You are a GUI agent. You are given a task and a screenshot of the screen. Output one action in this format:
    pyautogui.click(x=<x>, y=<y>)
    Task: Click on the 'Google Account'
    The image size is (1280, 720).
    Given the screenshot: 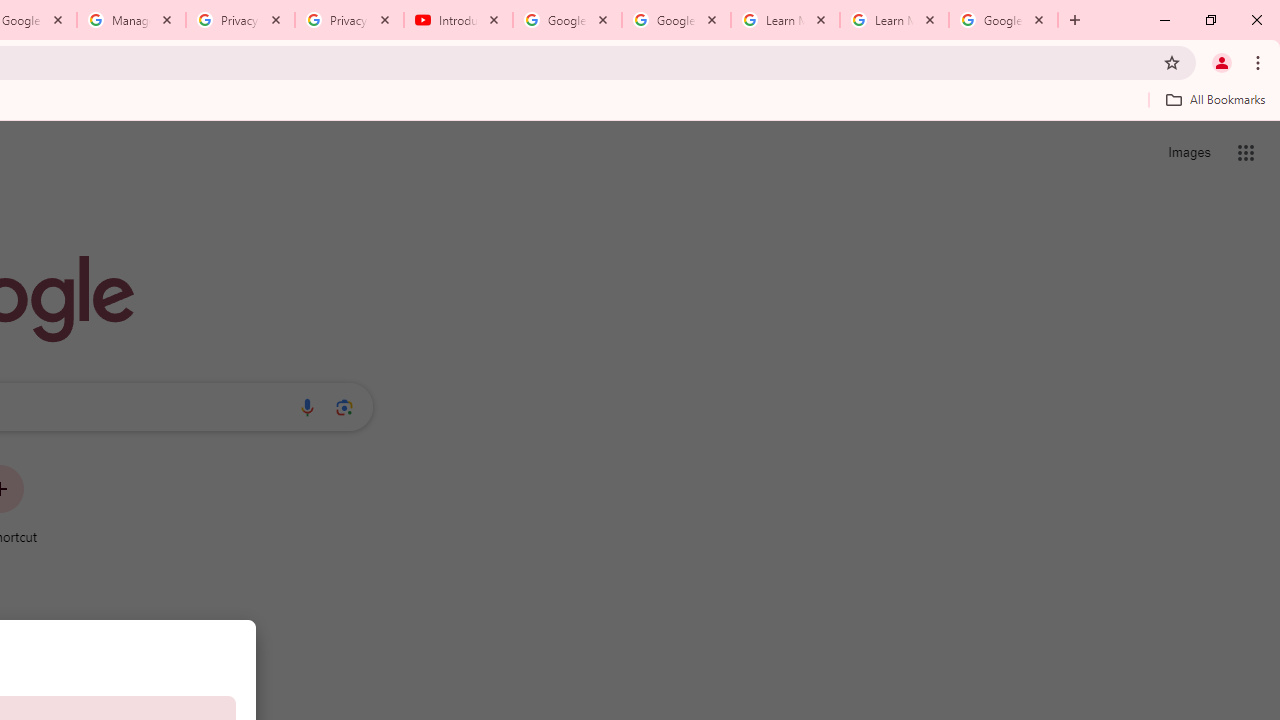 What is the action you would take?
    pyautogui.click(x=1003, y=20)
    